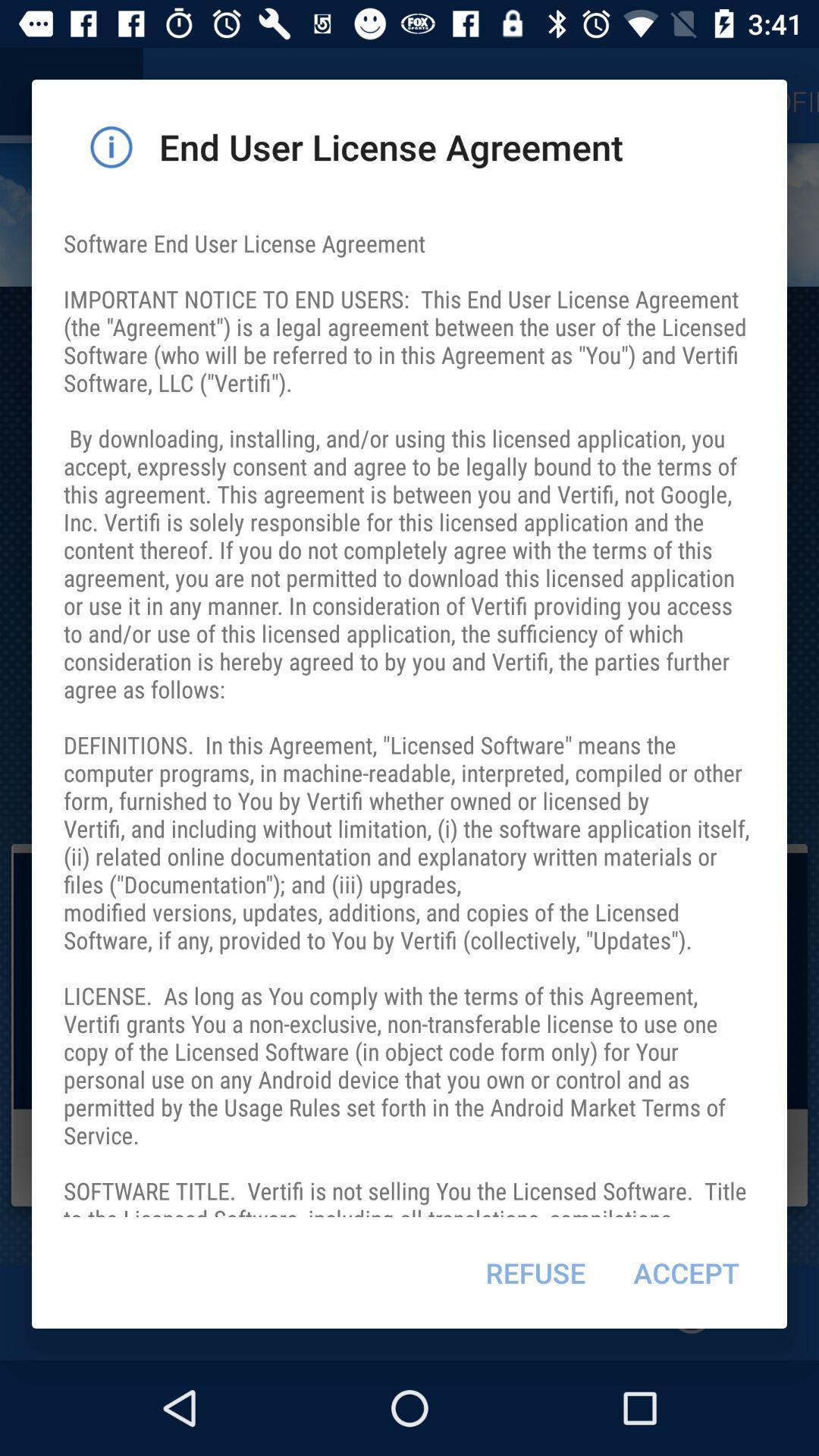 The height and width of the screenshot is (1456, 819). What do you see at coordinates (686, 1272) in the screenshot?
I see `icon below software end user` at bounding box center [686, 1272].